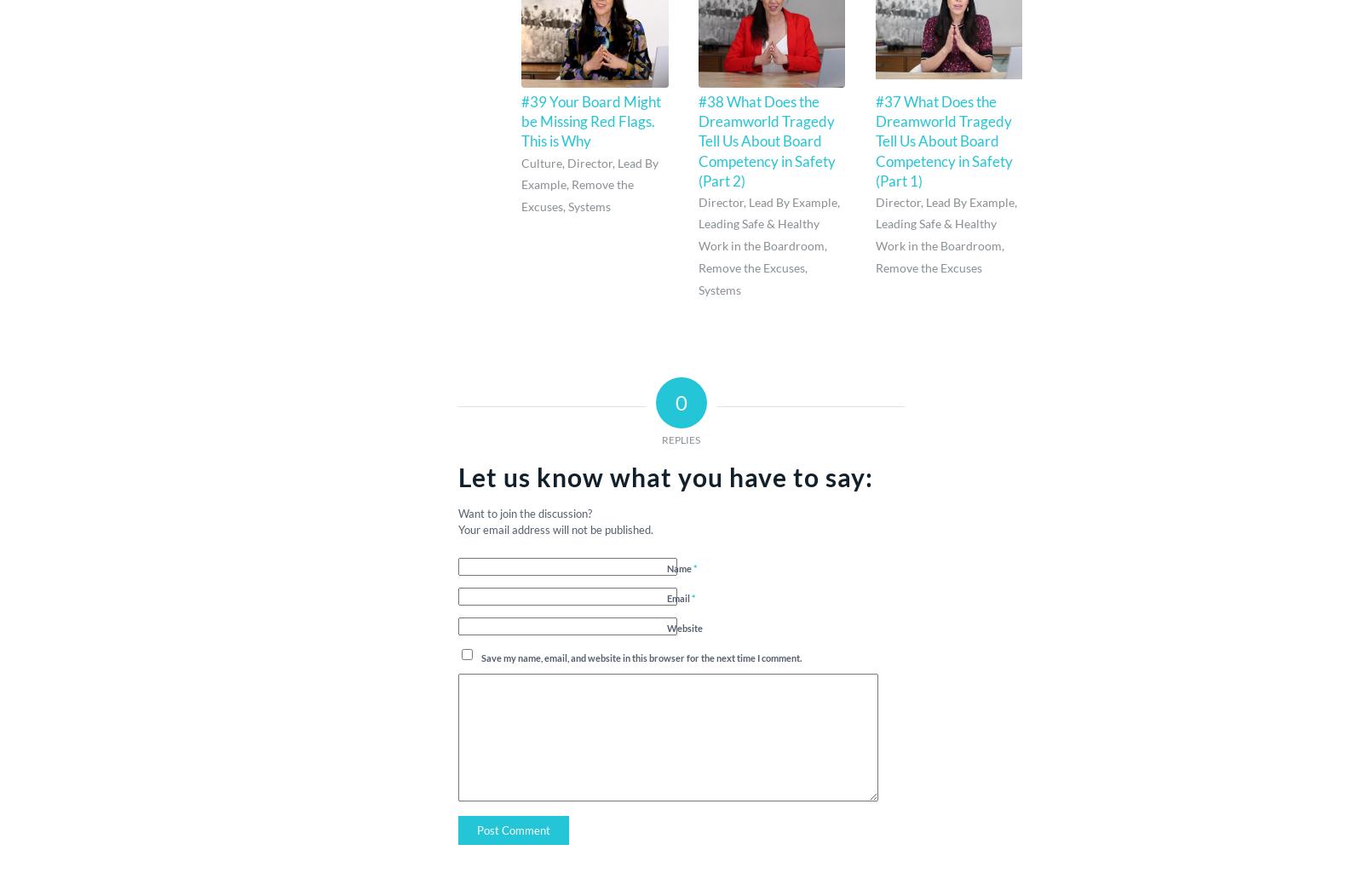 This screenshot has width=1363, height=896. Describe the element at coordinates (678, 598) in the screenshot. I see `'Email'` at that location.